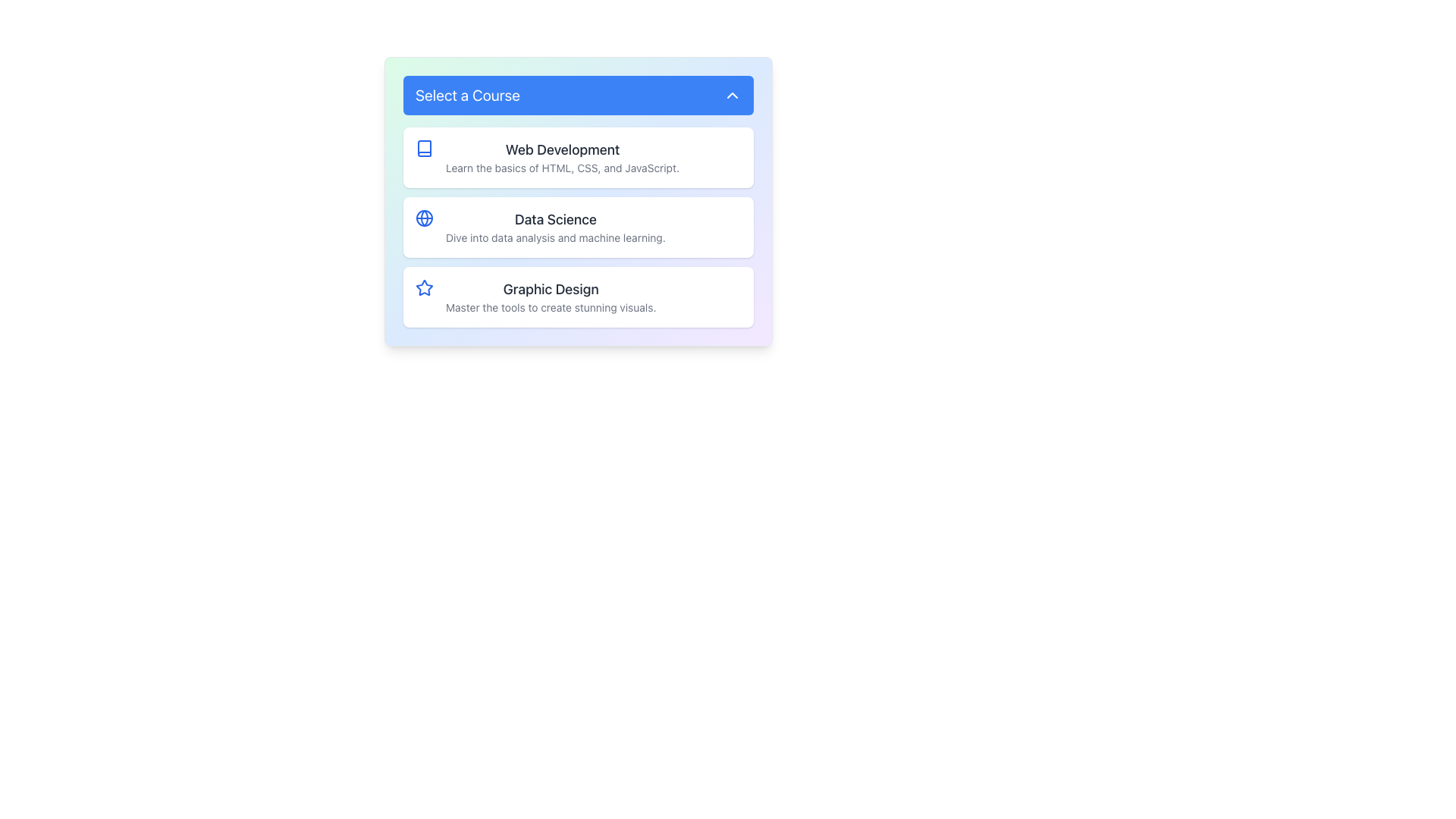  Describe the element at coordinates (425, 218) in the screenshot. I see `the 'Data Science' icon located to the left of the title text 'Data Science' on the second card in the vertical list of three cards` at that location.